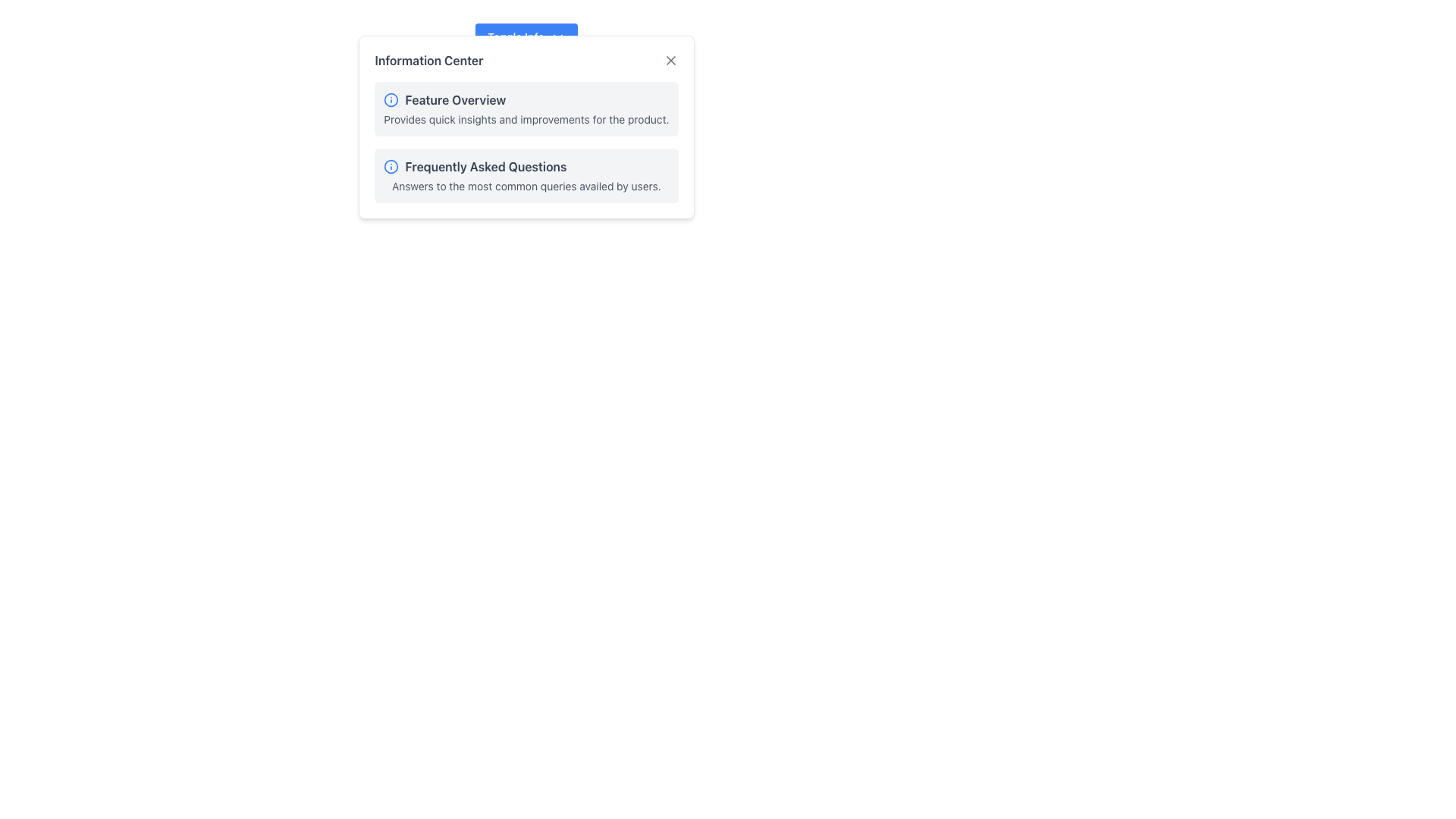 Image resolution: width=1456 pixels, height=819 pixels. Describe the element at coordinates (526, 166) in the screenshot. I see `text from the label with the text 'Frequently Asked Questions' which is styled with a bold font and dark gray color, located in the 'Information Center' interface box, beneath the 'Feature Overview' label` at that location.